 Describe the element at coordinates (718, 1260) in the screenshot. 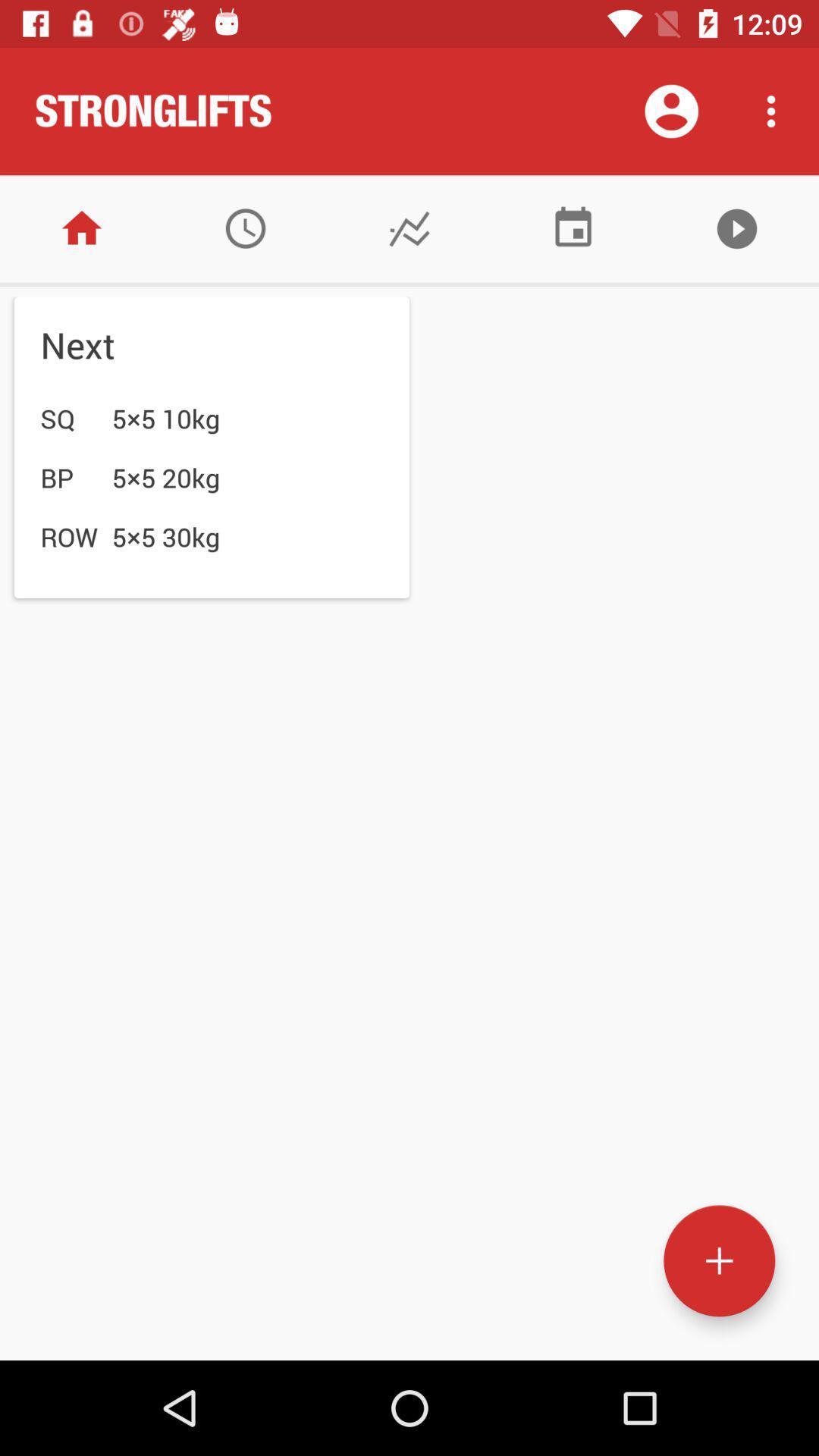

I see `the add icon` at that location.